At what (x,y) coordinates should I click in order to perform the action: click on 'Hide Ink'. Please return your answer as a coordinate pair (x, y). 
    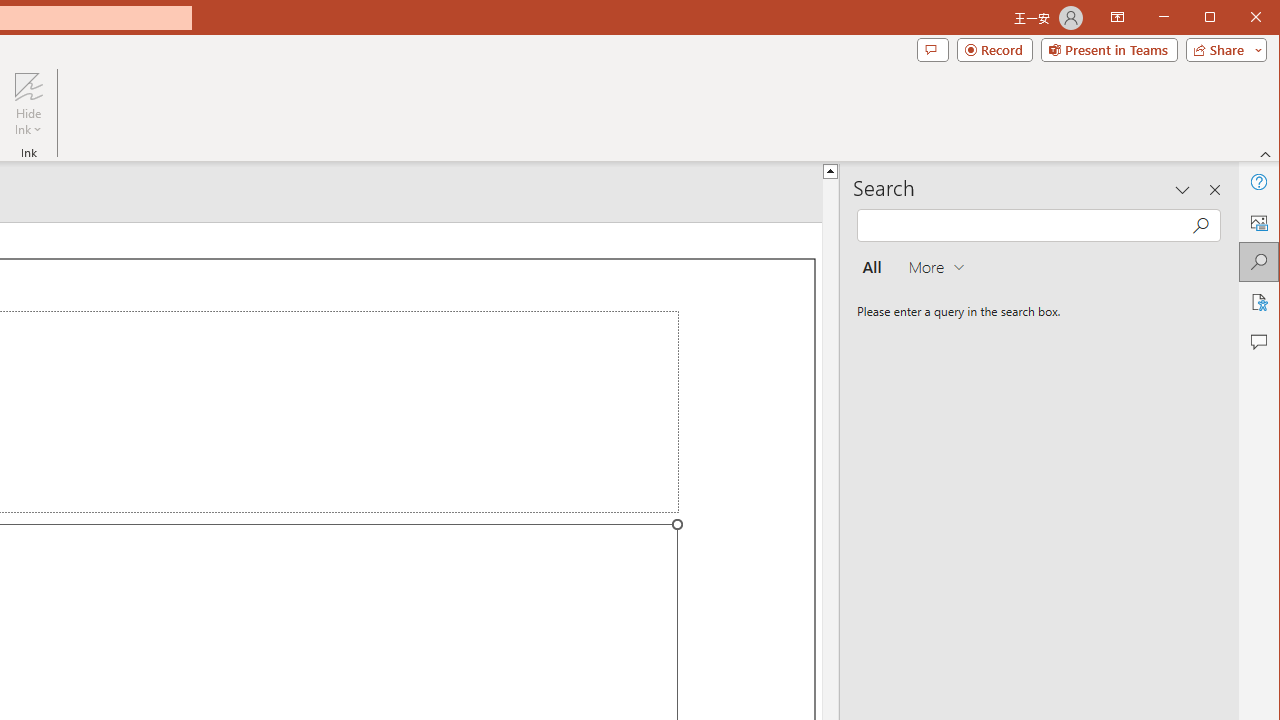
    Looking at the image, I should click on (28, 104).